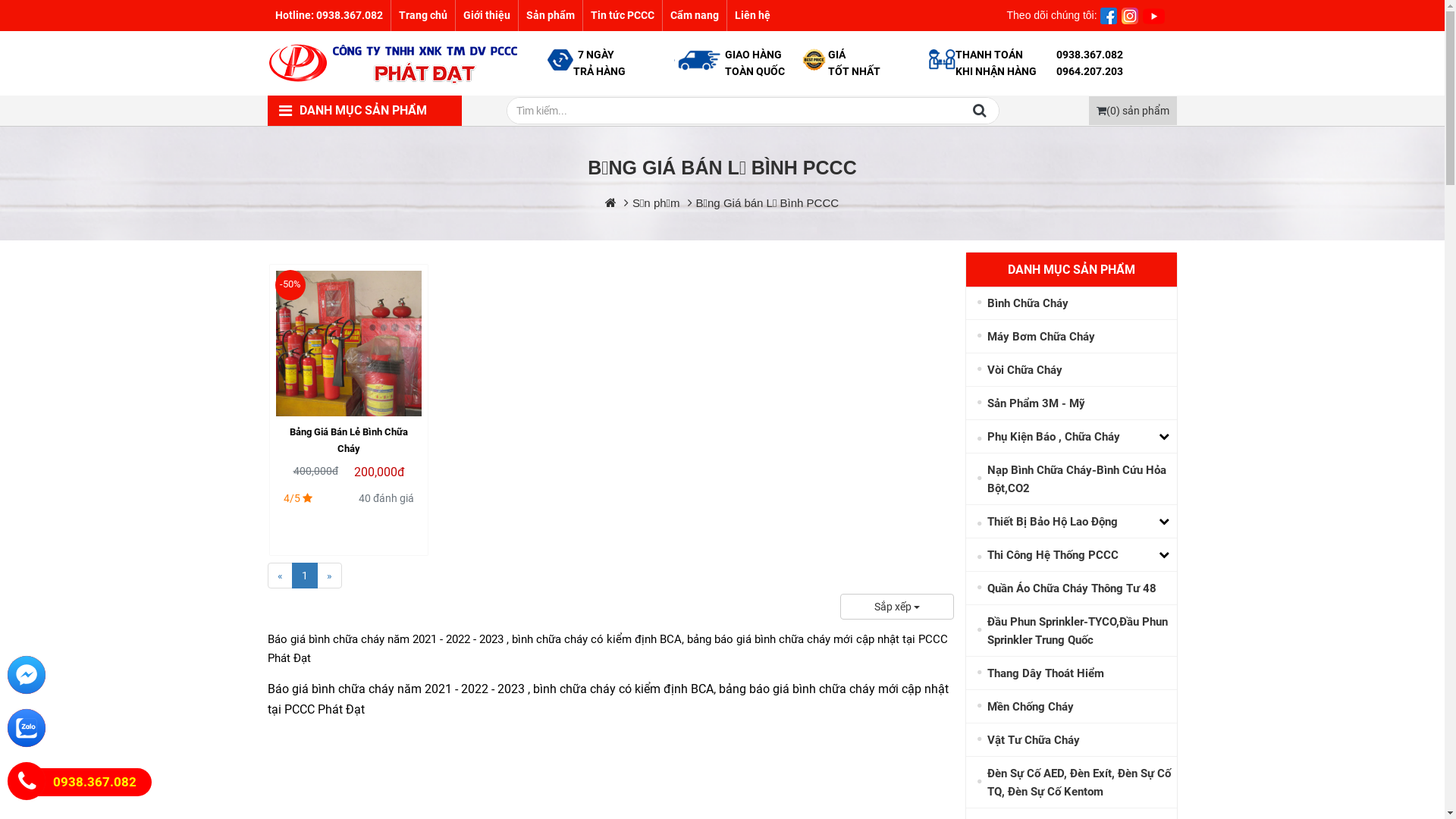 This screenshot has width=1456, height=819. Describe the element at coordinates (327, 14) in the screenshot. I see `'Hotline: 0938.367.082'` at that location.